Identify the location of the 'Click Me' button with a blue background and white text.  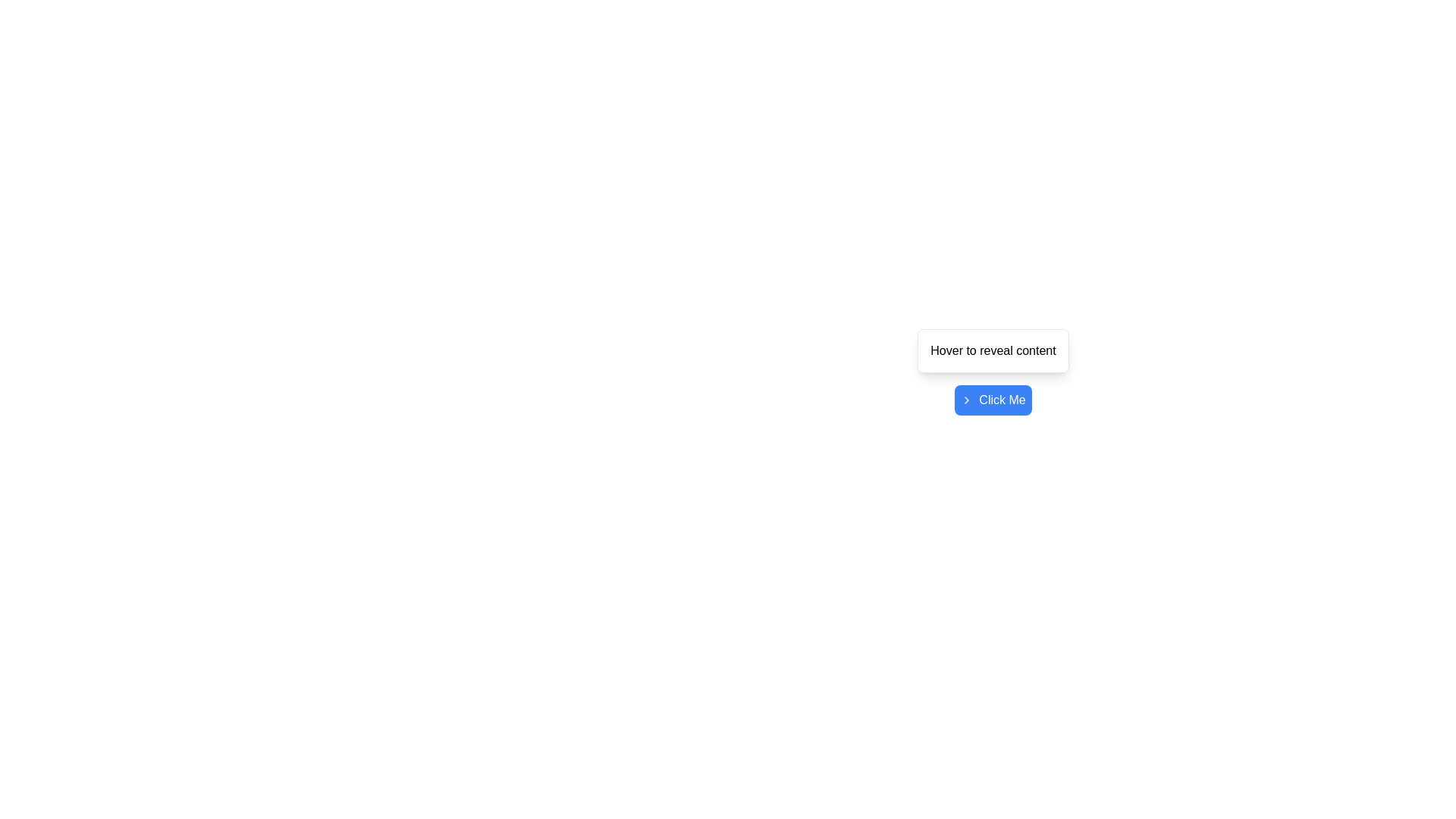
(993, 400).